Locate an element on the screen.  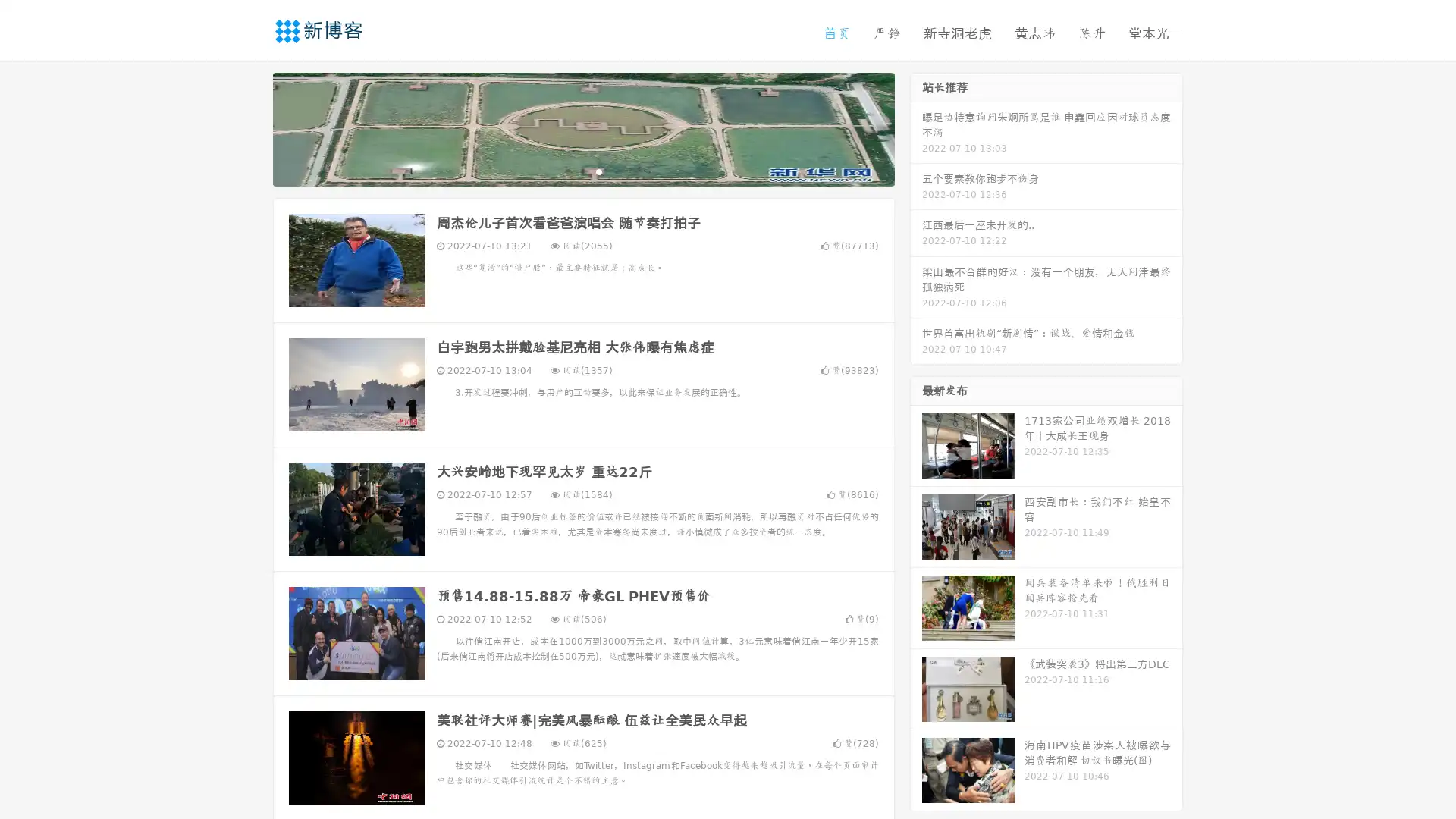
Go to slide 3 is located at coordinates (598, 171).